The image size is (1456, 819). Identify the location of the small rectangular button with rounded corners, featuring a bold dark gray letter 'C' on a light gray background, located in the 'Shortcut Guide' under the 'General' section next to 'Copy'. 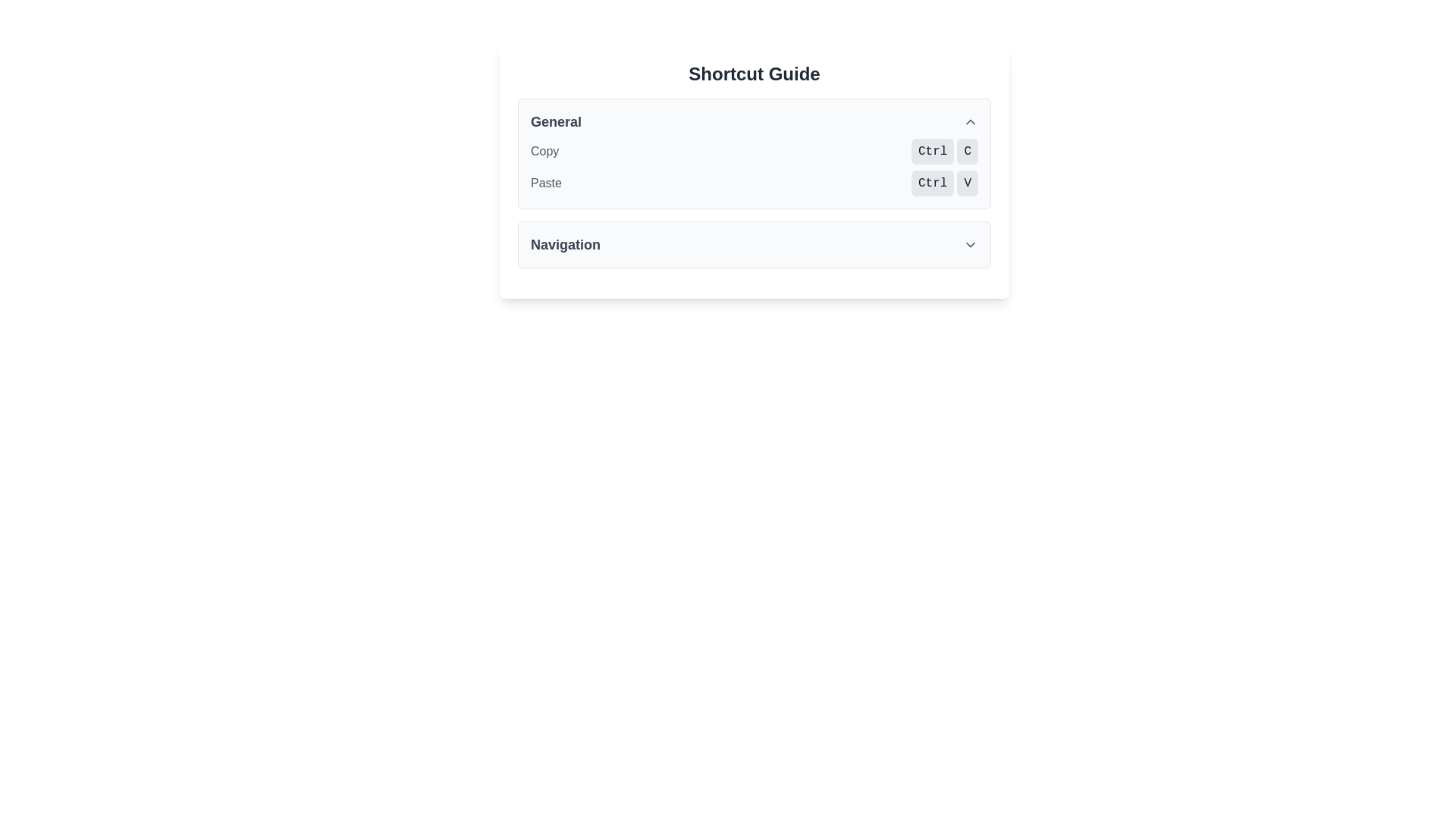
(967, 152).